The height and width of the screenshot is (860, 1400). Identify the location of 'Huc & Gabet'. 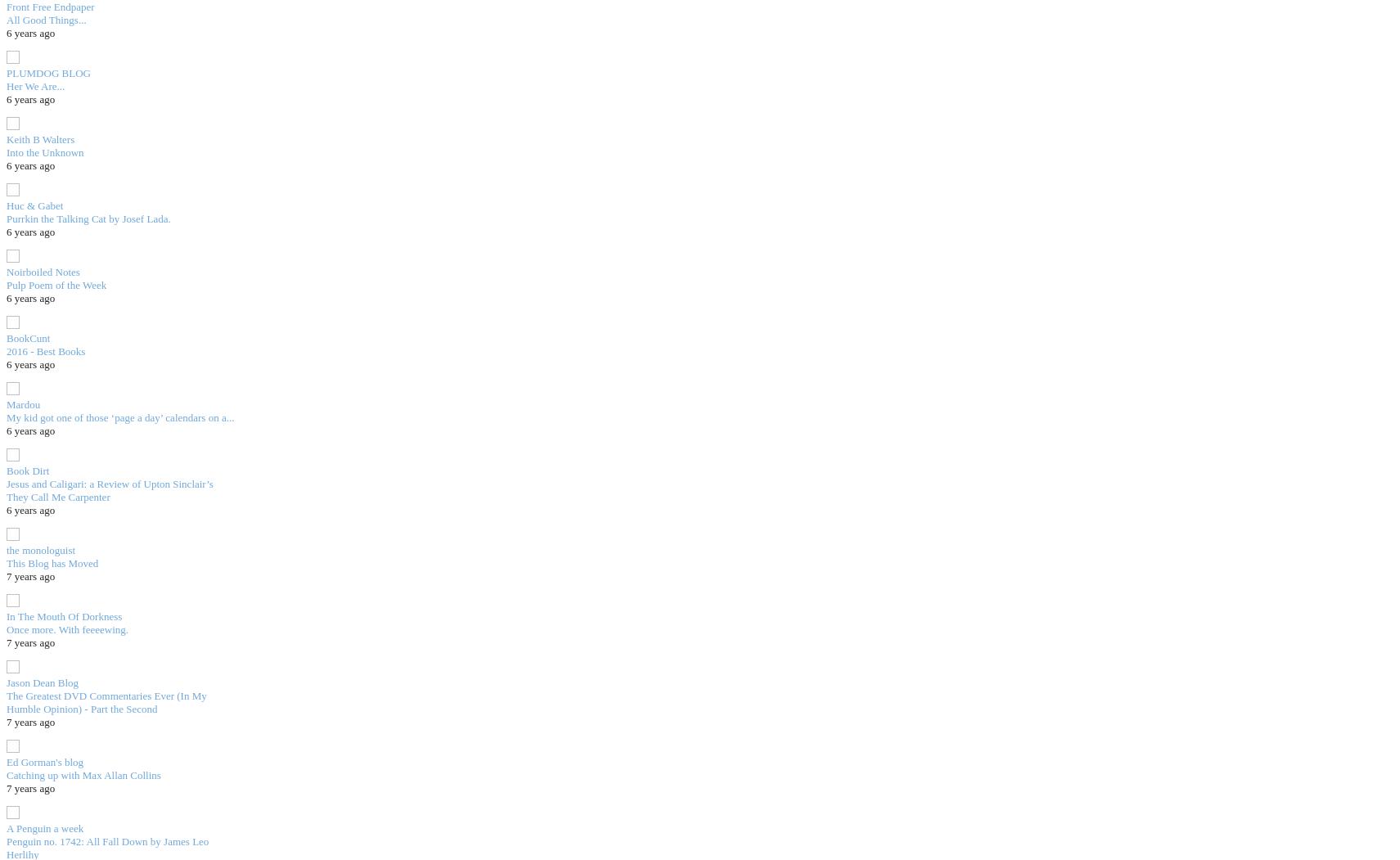
(6, 205).